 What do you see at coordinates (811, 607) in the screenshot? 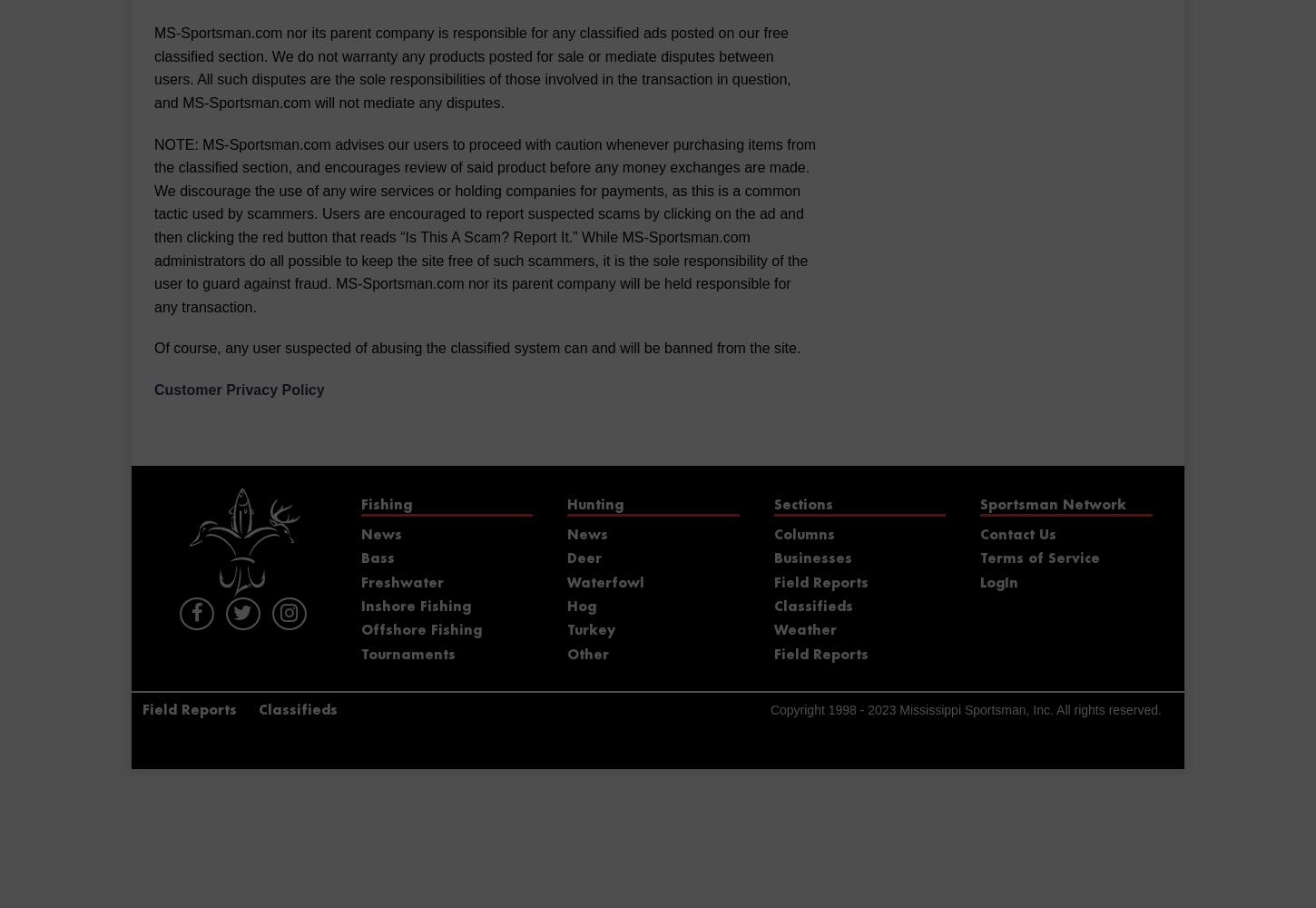
I see `'Classifieds'` at bounding box center [811, 607].